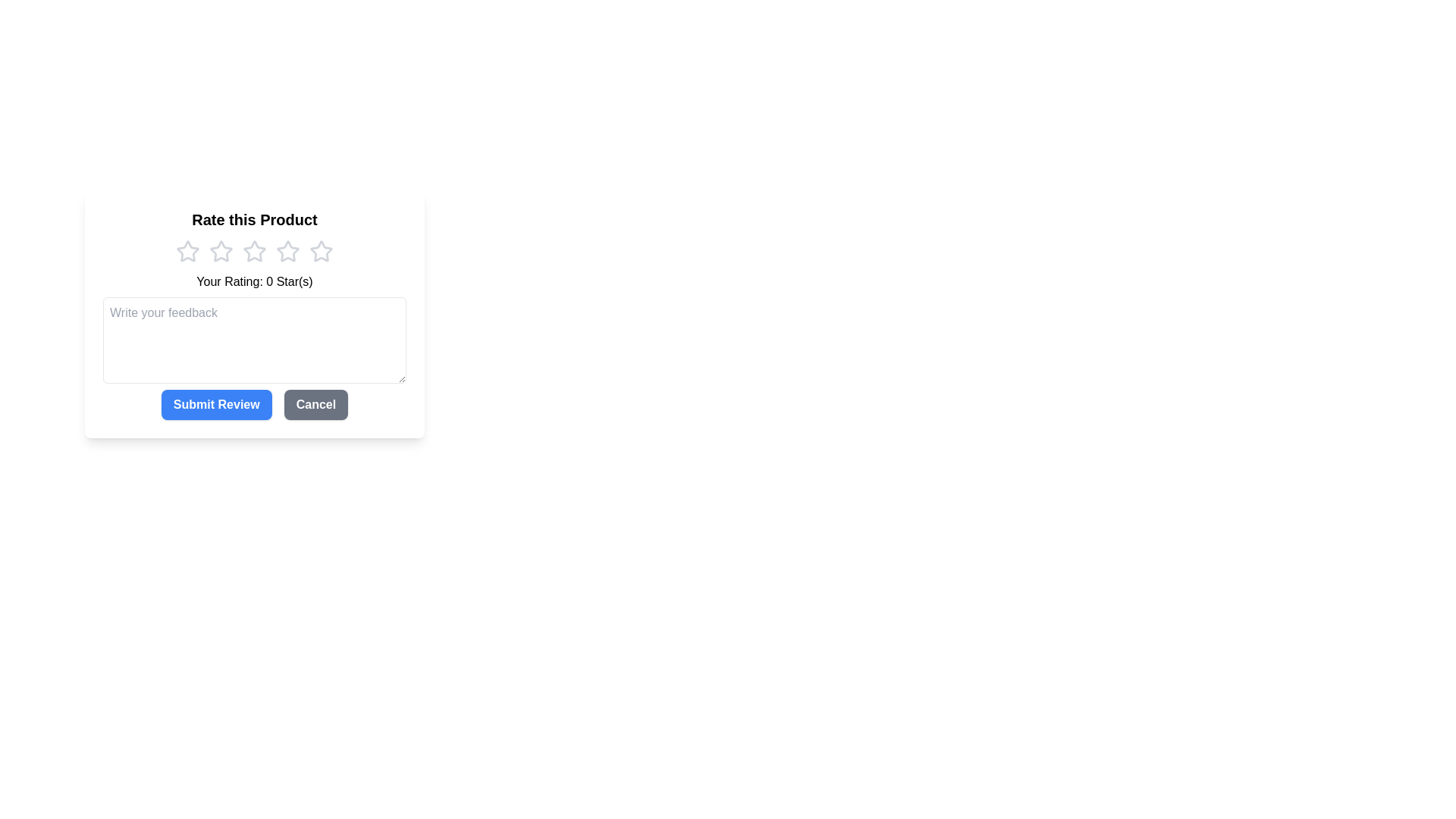 The height and width of the screenshot is (819, 1456). I want to click on the third star icon in the rating control to navigate, so click(287, 250).